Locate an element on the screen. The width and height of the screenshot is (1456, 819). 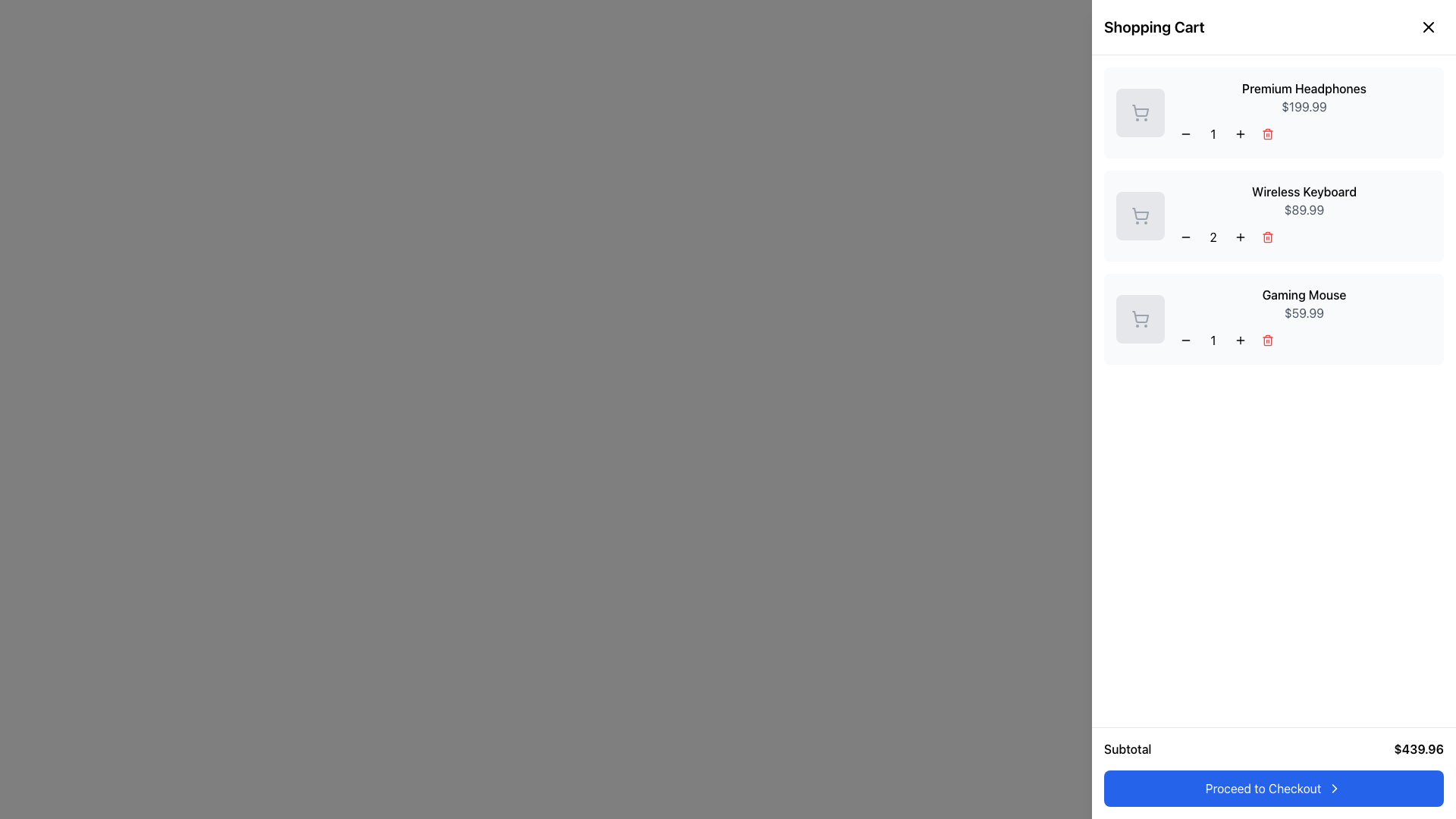
the text display that reads '$59.99', styled with a gray font, located beneath the product title 'Gaming Mouse' in the shopping cart interface is located at coordinates (1303, 312).